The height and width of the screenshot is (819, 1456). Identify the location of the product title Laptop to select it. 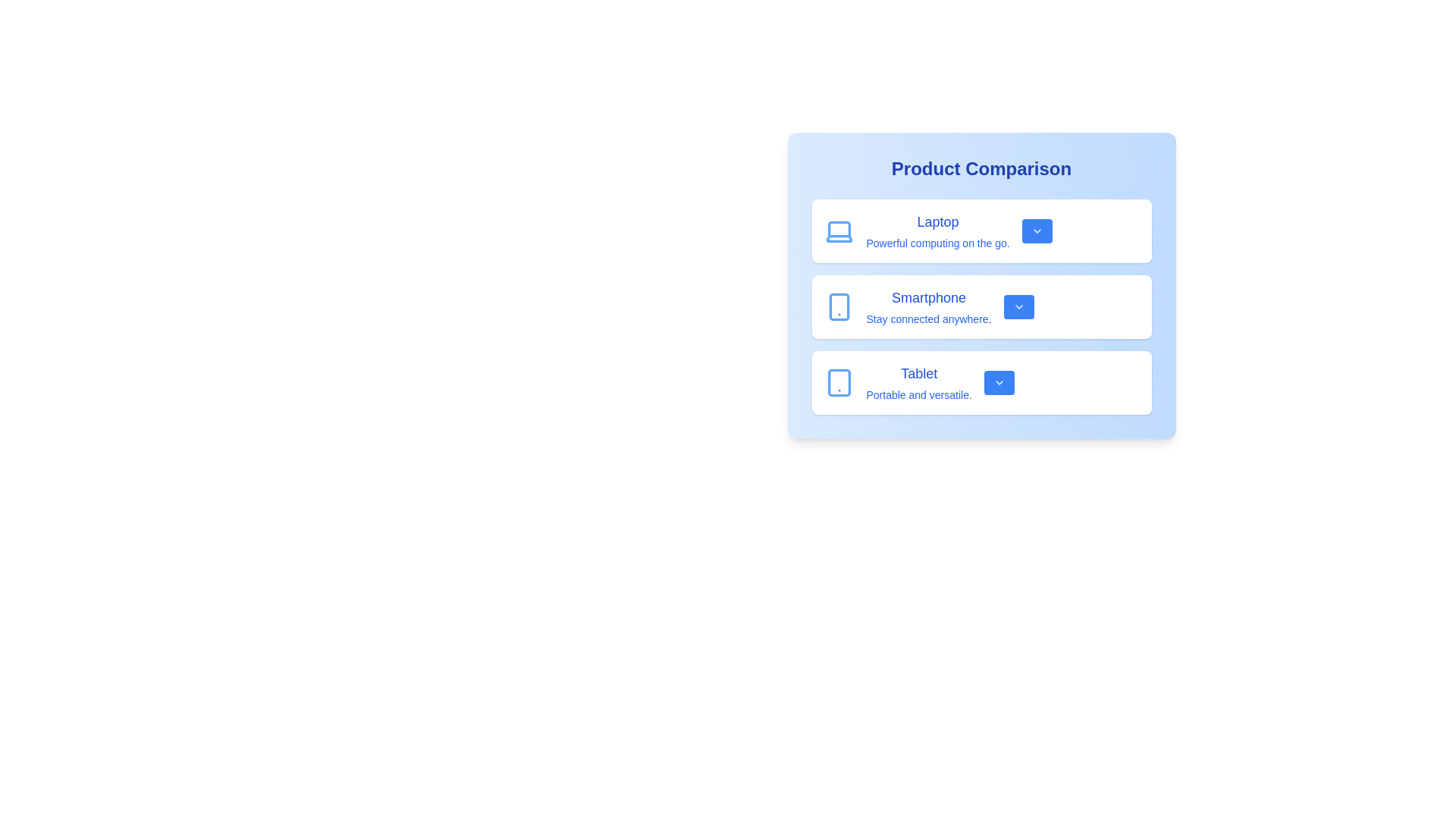
(937, 222).